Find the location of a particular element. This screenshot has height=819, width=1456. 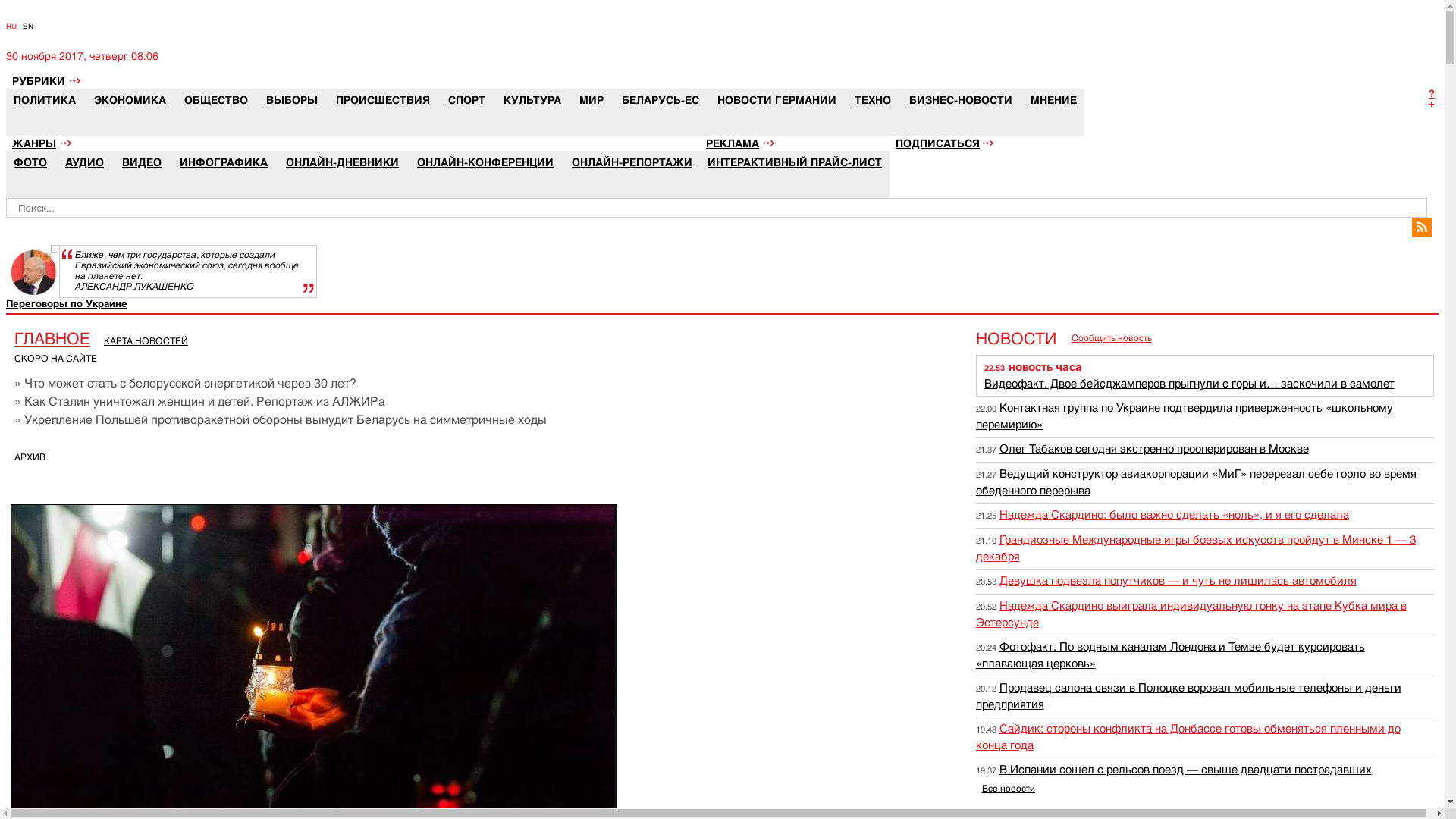

'RU' is located at coordinates (6, 26).